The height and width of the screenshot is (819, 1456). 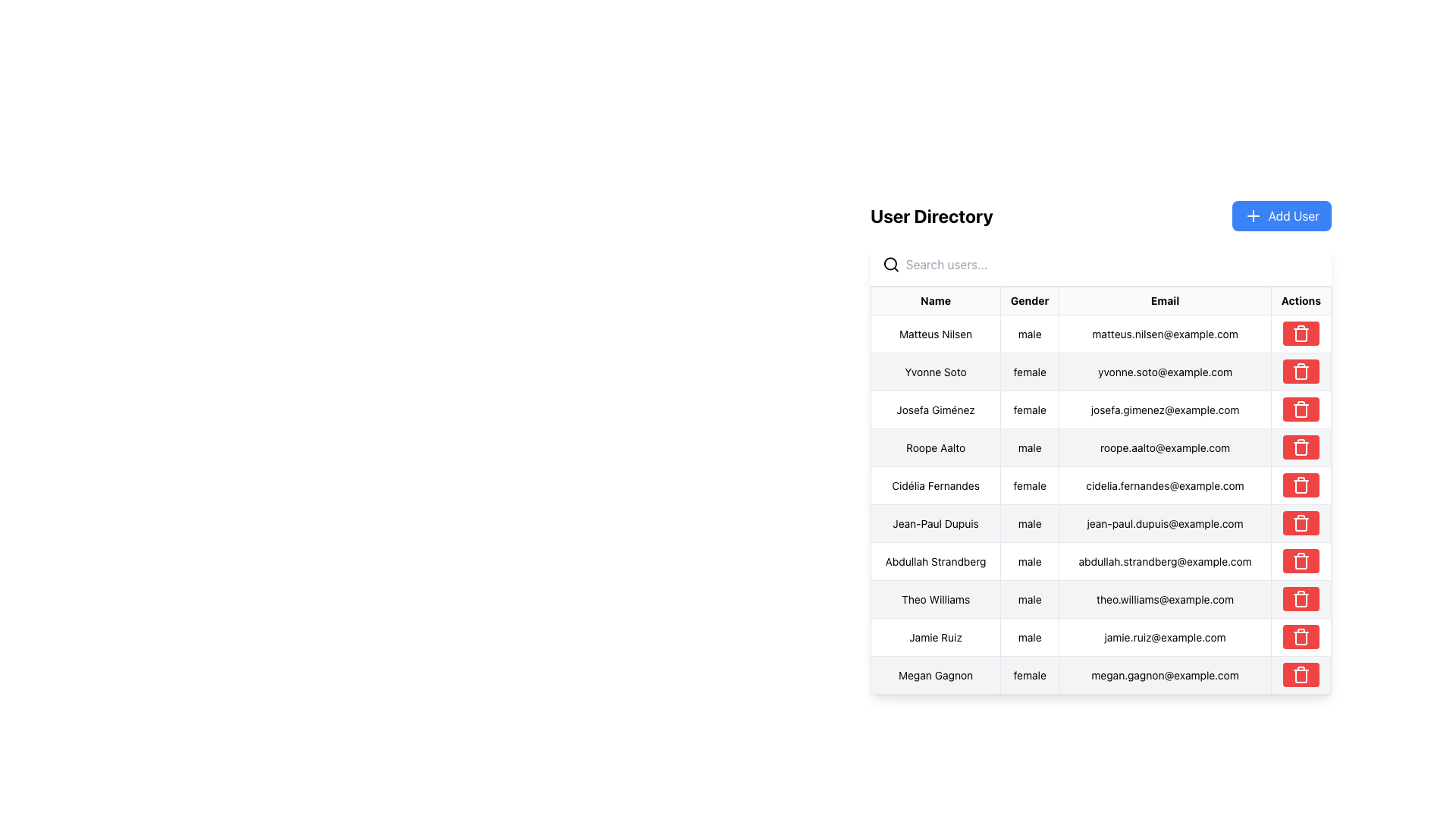 I want to click on the static text element displaying a person's name, located in the first cell of the last row of the table under the 'Name' column, so click(x=934, y=674).